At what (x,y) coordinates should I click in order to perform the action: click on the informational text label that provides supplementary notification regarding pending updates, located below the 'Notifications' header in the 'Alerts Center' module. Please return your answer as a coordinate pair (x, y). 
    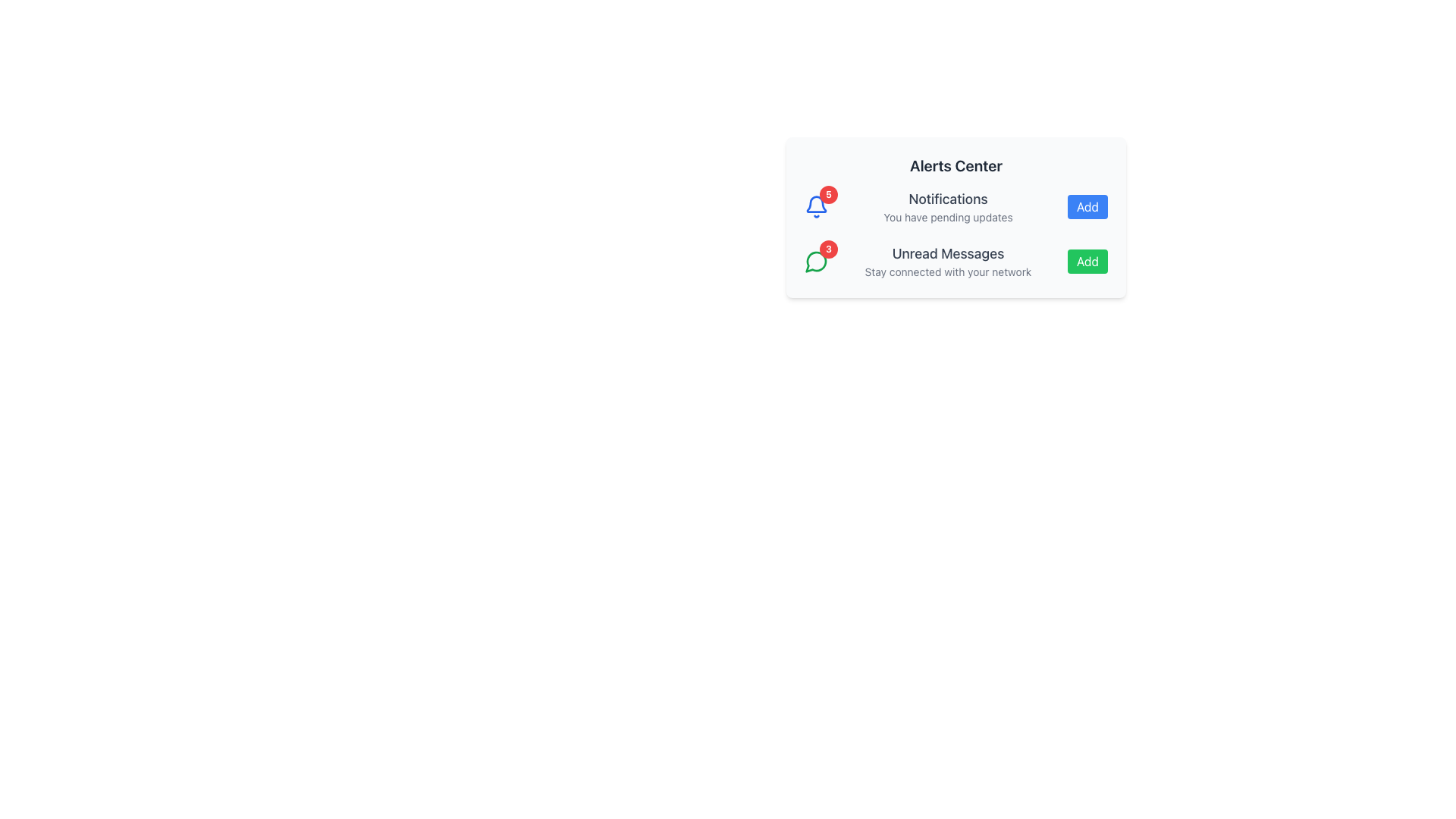
    Looking at the image, I should click on (947, 217).